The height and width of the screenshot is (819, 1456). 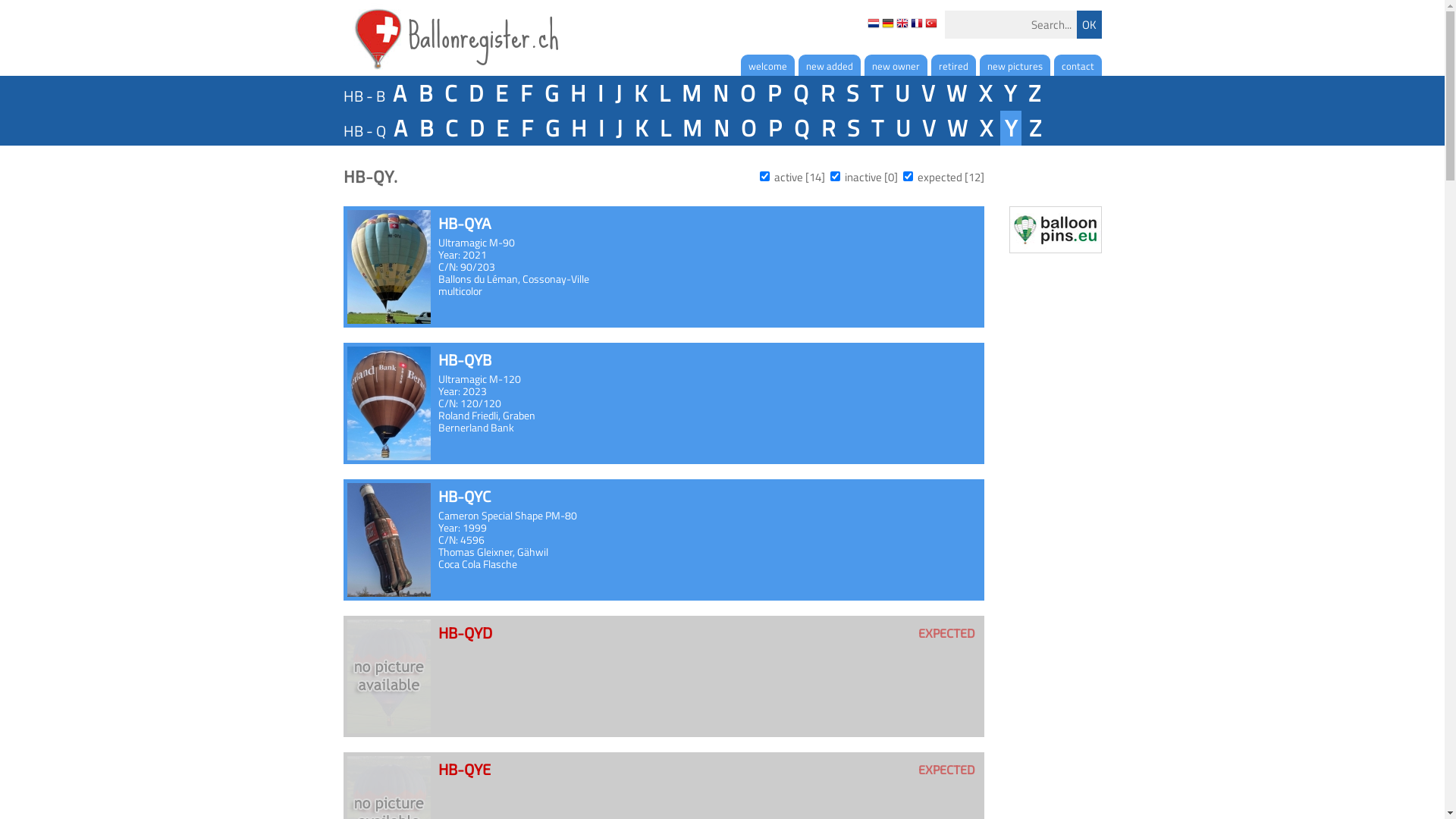 I want to click on 'N', so click(x=708, y=127).